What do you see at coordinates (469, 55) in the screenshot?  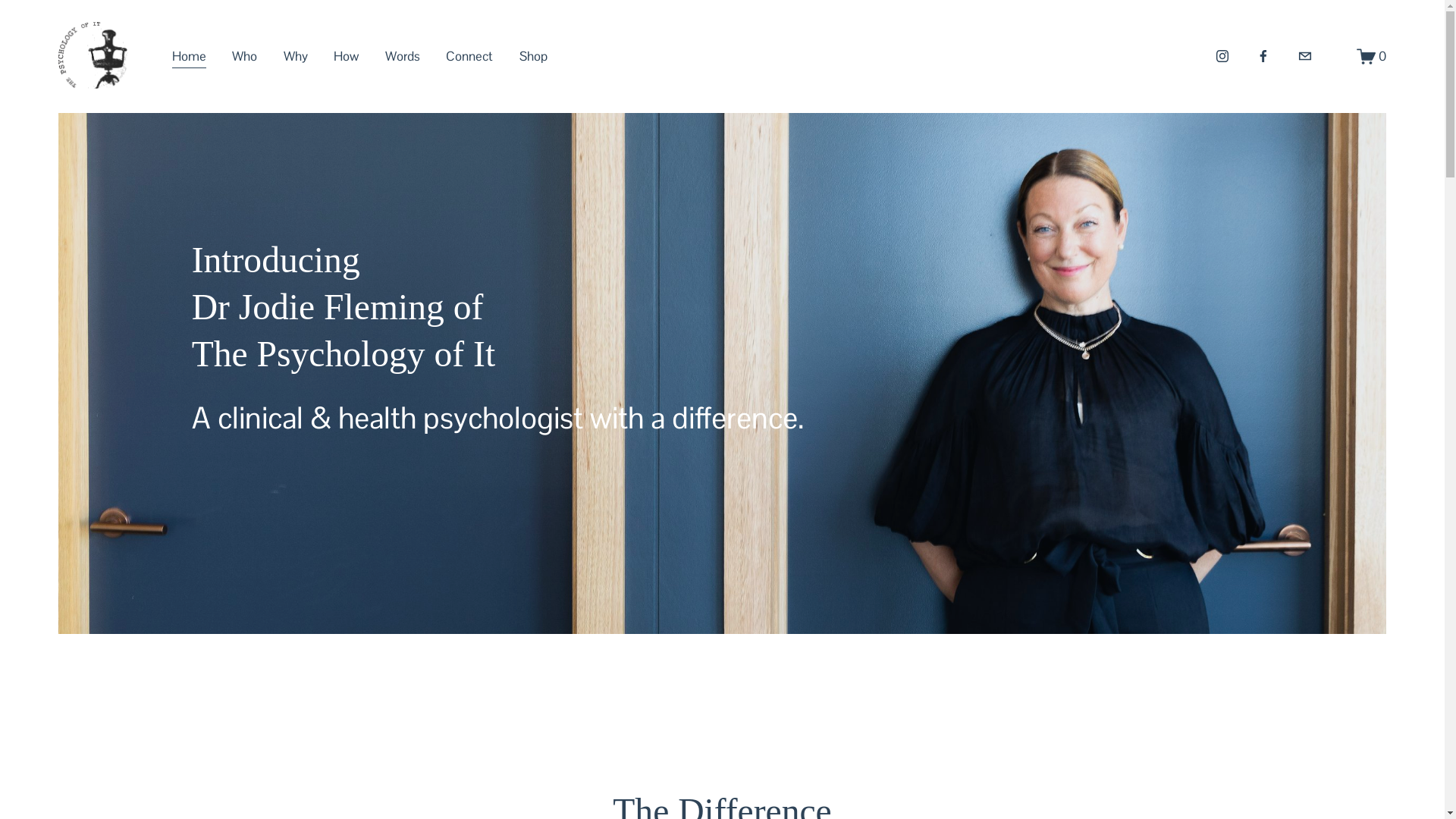 I see `'Connect'` at bounding box center [469, 55].